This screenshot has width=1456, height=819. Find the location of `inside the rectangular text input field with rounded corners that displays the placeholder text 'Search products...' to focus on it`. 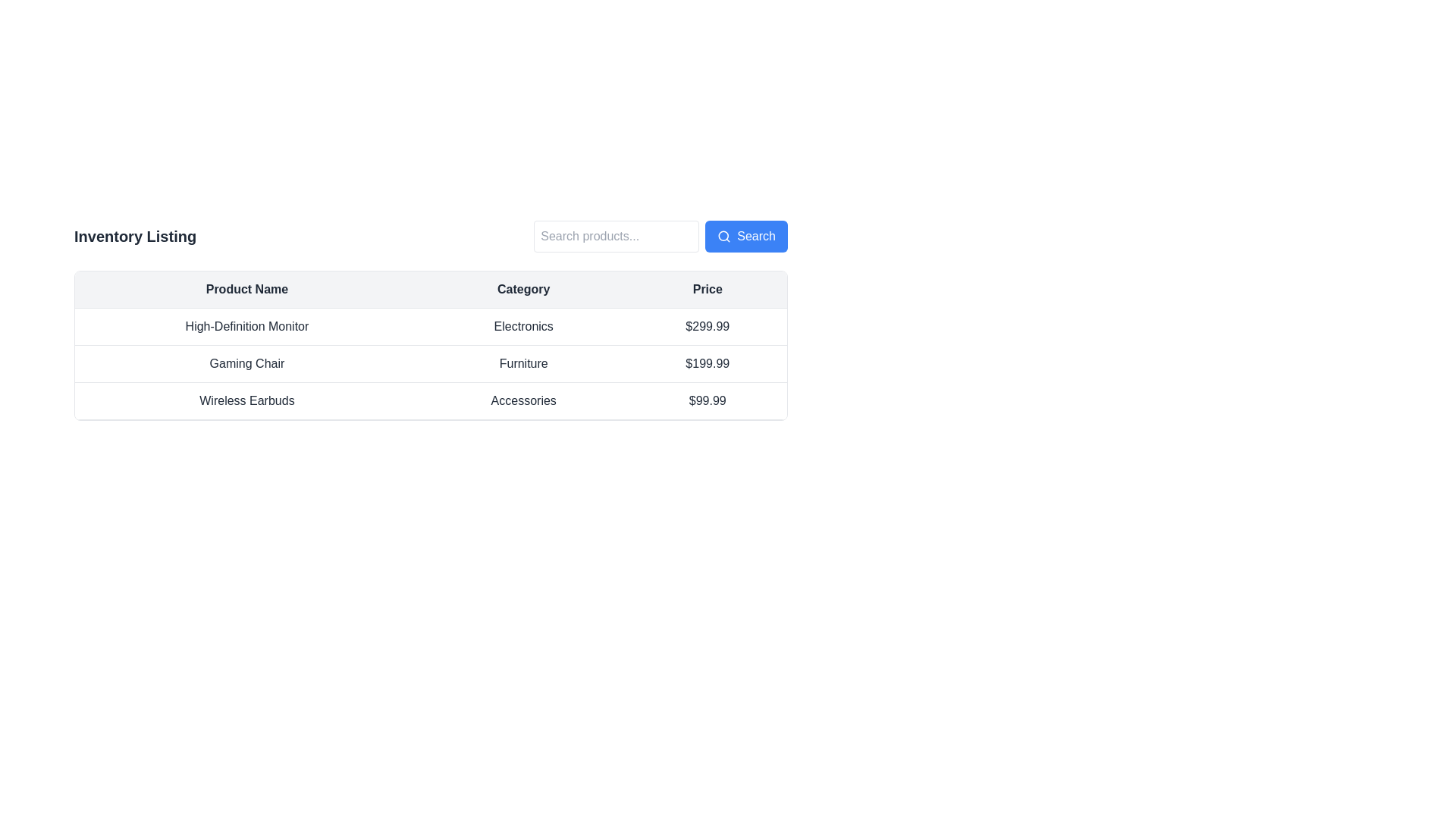

inside the rectangular text input field with rounded corners that displays the placeholder text 'Search products...' to focus on it is located at coordinates (617, 237).